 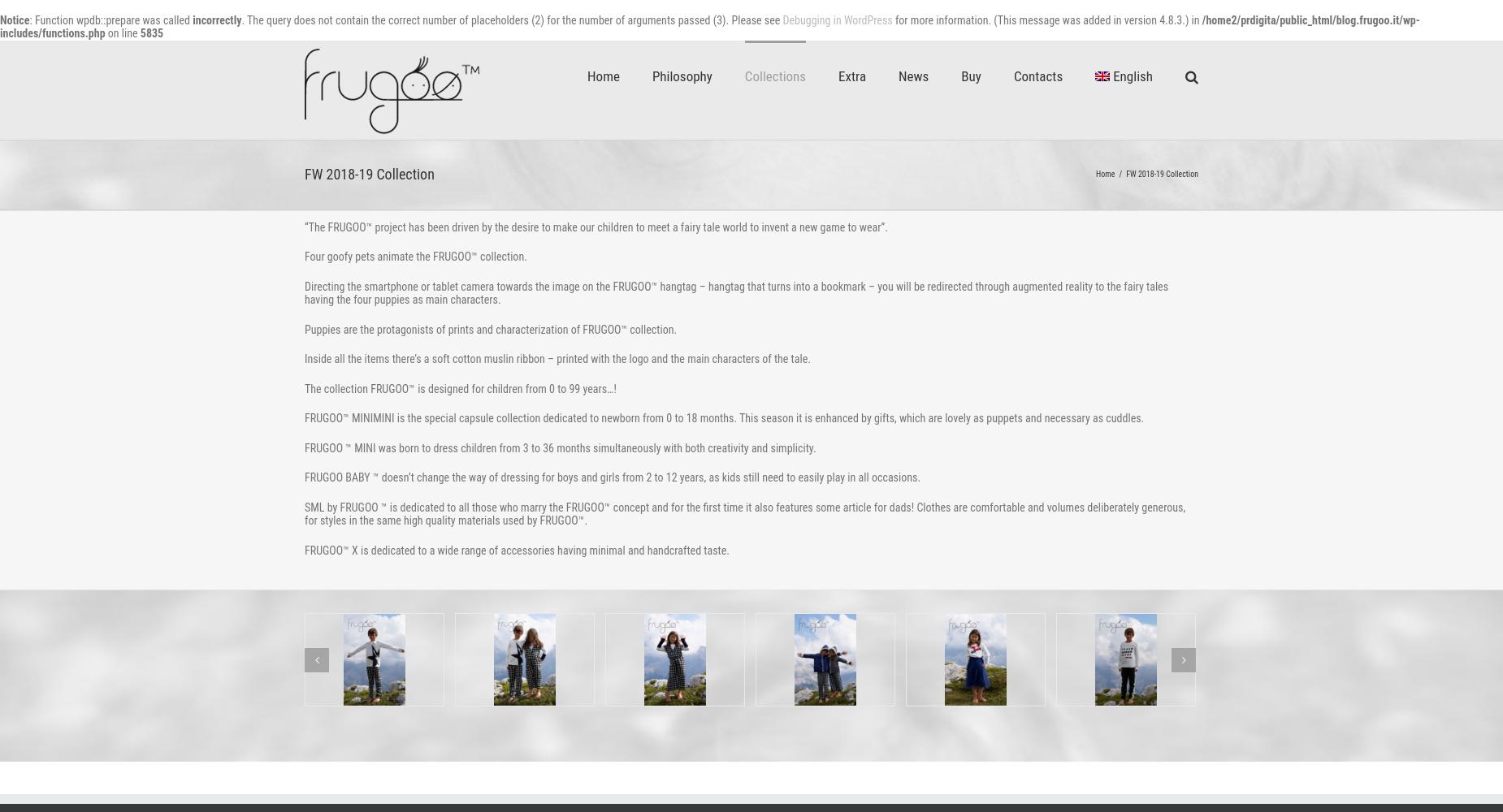 I want to click on 'FRUGOO™ X is dedicated to a wide range of accessories having minimal and handcrafted taste.', so click(x=517, y=550).